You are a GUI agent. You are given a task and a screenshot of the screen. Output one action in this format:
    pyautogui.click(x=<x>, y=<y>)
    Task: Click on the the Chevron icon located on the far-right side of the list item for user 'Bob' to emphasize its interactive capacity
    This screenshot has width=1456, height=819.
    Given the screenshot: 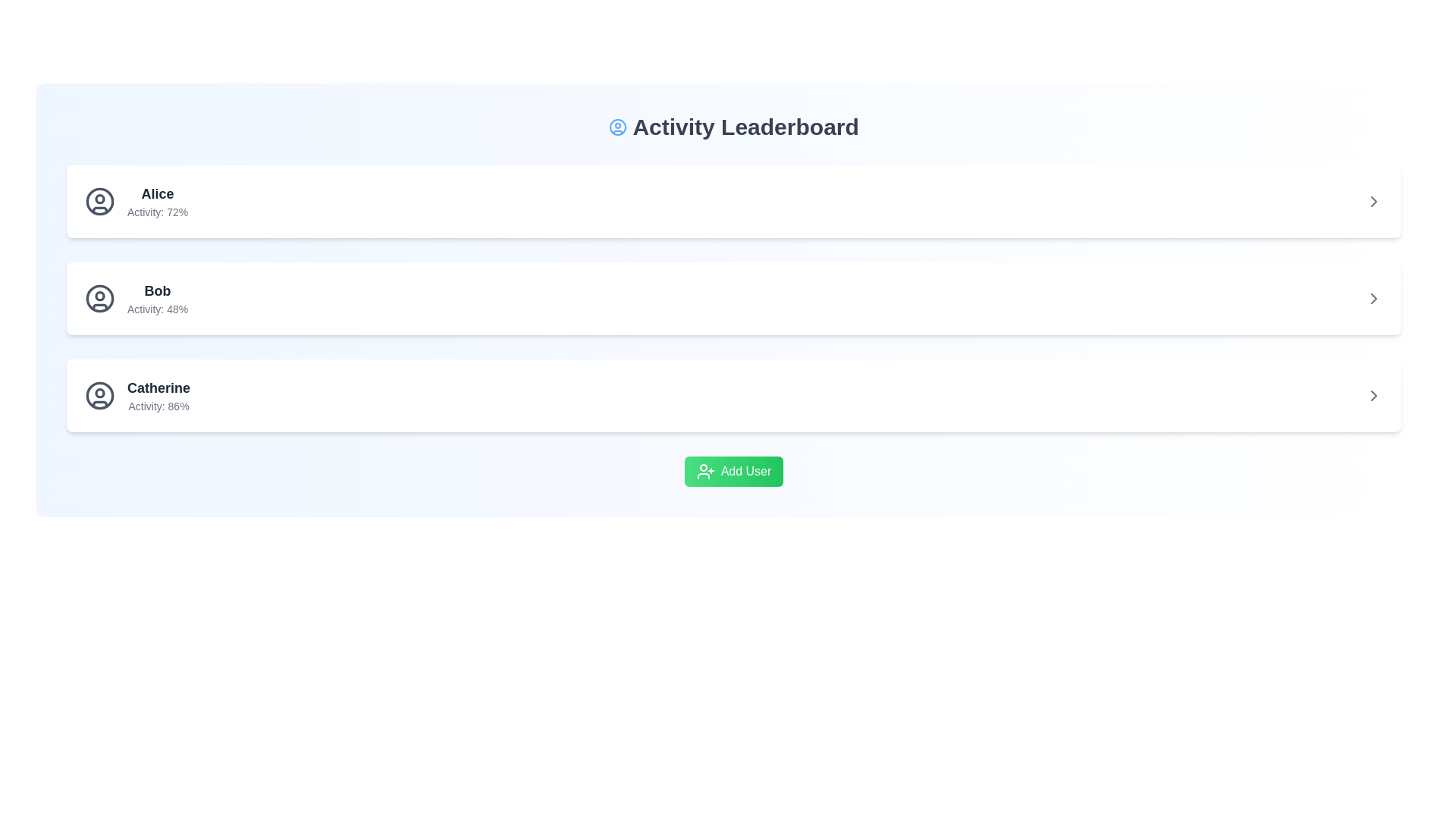 What is the action you would take?
    pyautogui.click(x=1373, y=298)
    